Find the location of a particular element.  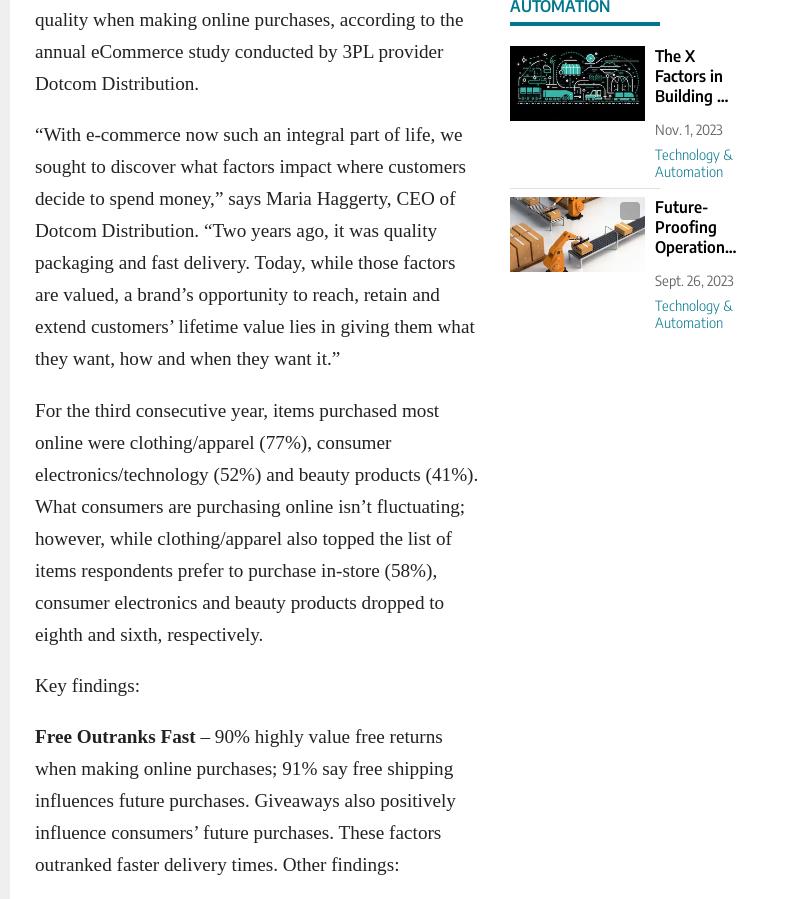

'Free Outranks Fast' is located at coordinates (115, 735).